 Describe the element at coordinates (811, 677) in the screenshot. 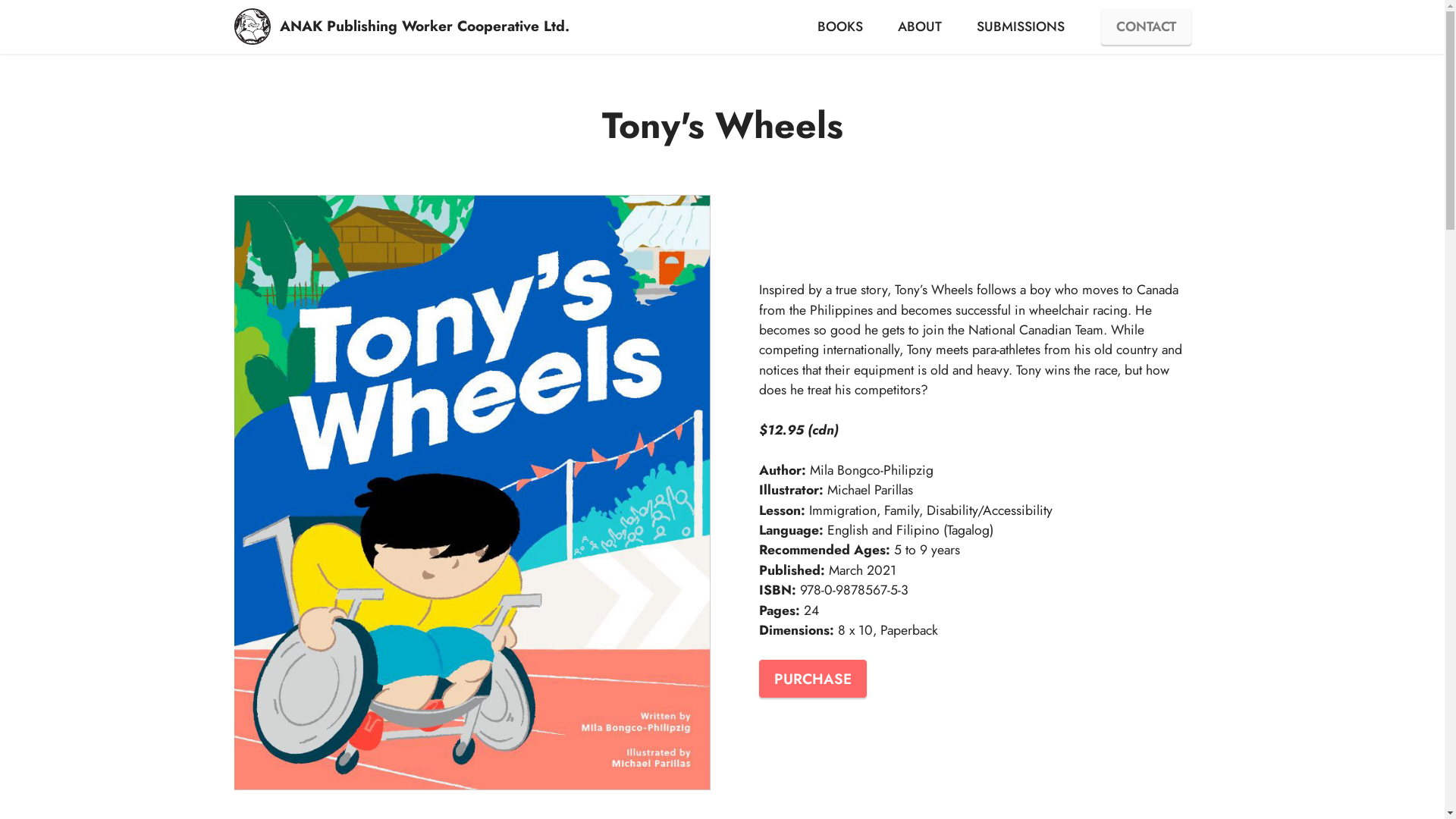

I see `'PURCHASE'` at that location.